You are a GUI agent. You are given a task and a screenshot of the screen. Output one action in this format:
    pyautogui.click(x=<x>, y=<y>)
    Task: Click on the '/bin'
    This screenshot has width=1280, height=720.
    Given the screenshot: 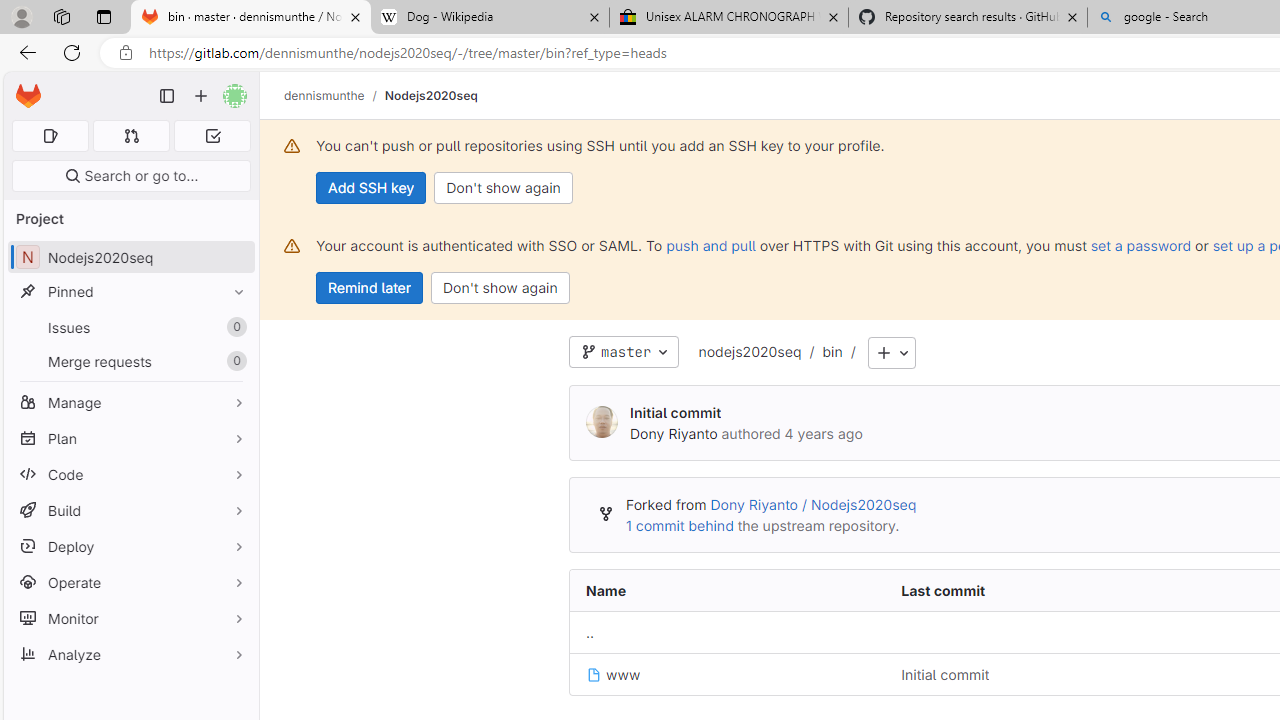 What is the action you would take?
    pyautogui.click(x=822, y=352)
    